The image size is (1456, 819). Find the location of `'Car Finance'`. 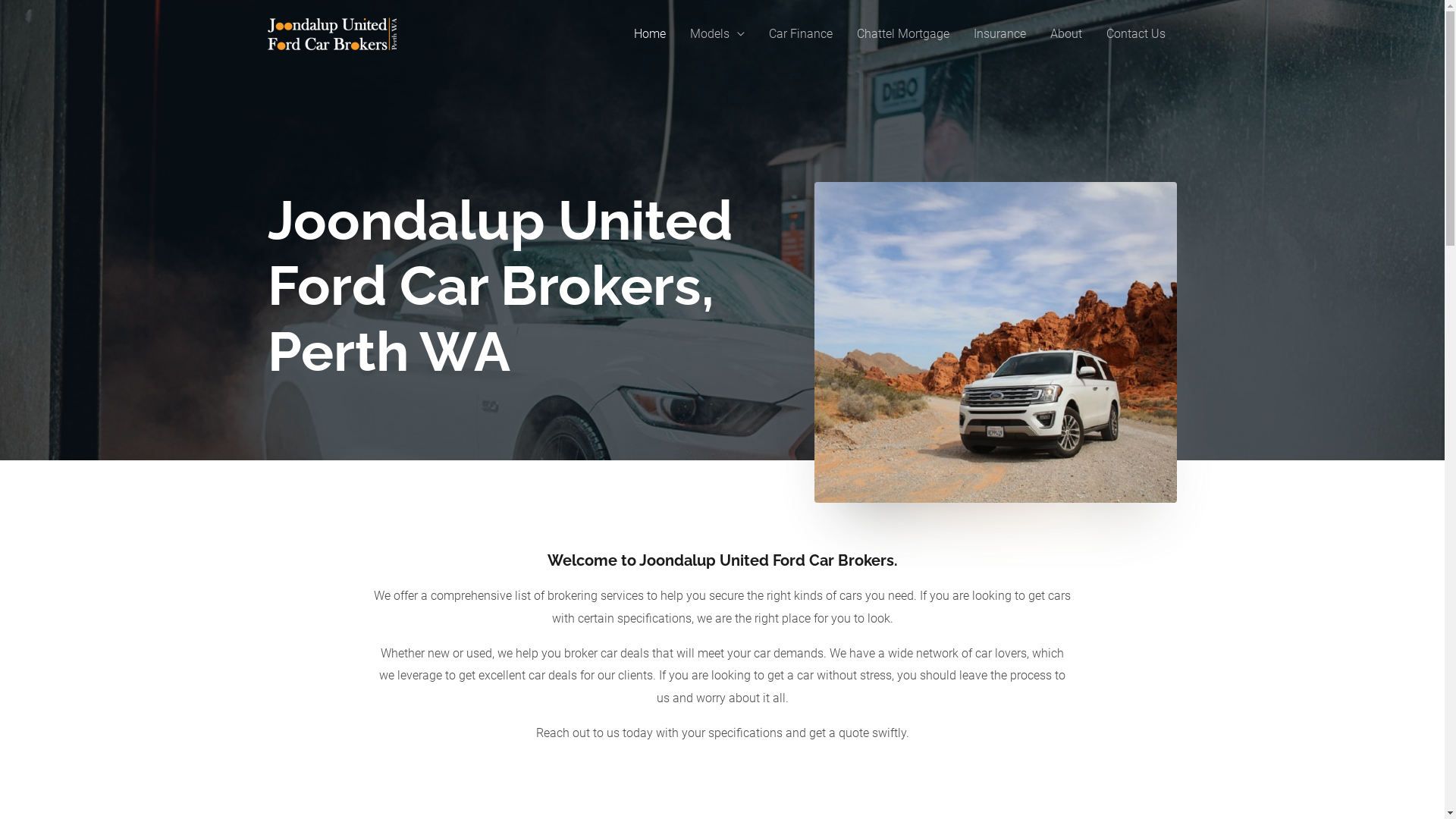

'Car Finance' is located at coordinates (800, 34).